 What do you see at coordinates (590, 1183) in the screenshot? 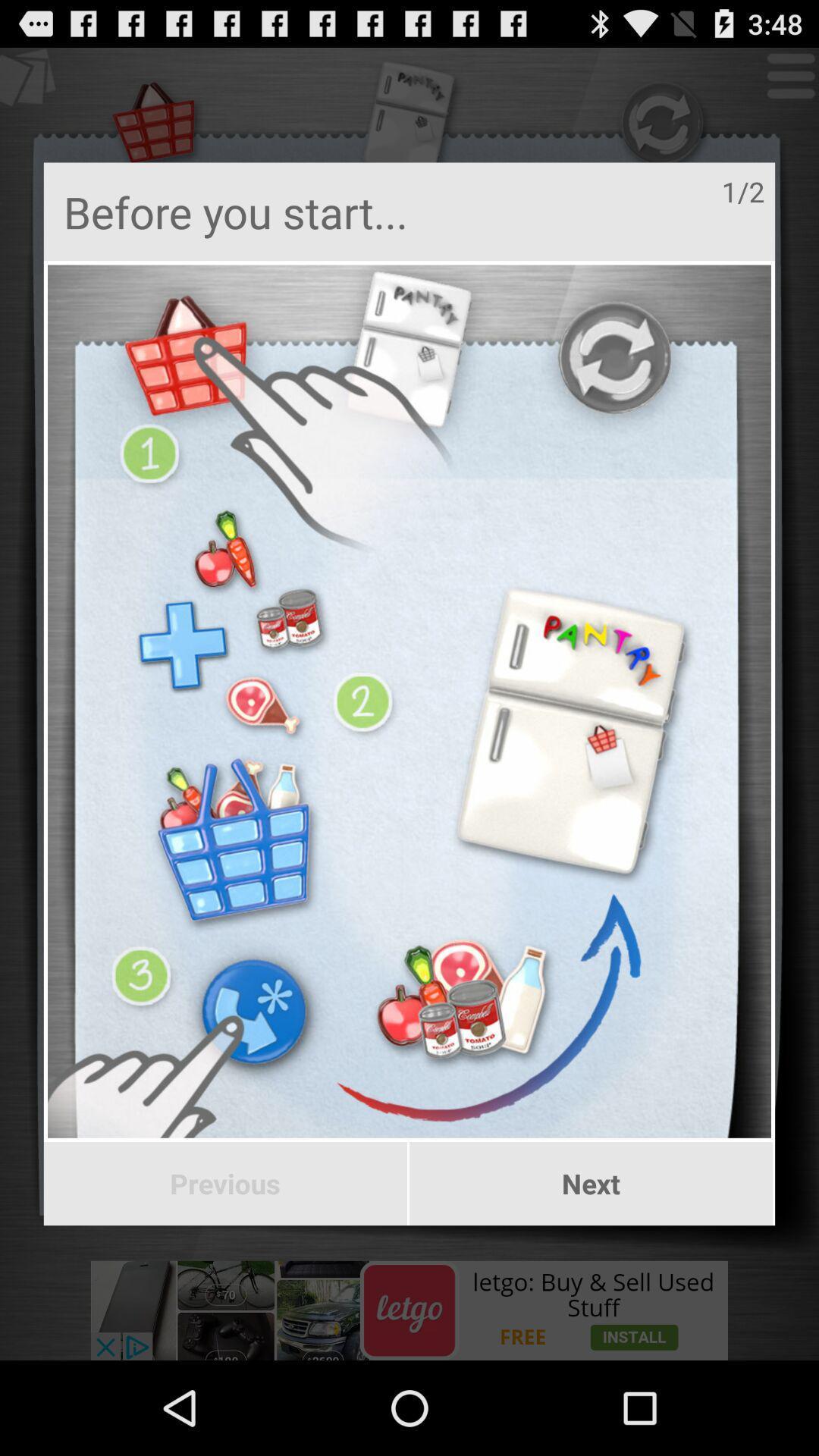
I see `next button` at bounding box center [590, 1183].